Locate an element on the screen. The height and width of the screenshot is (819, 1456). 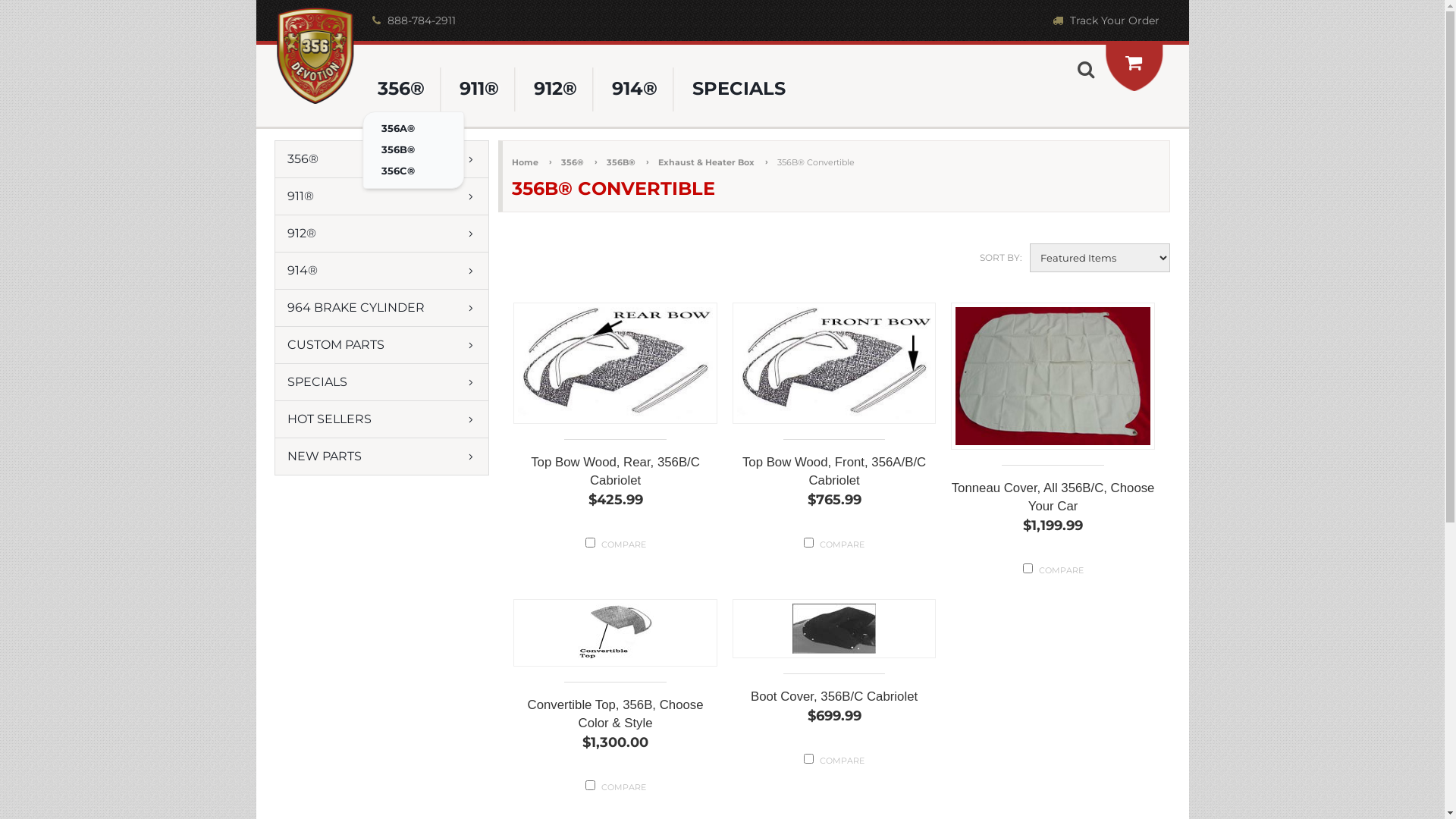
'2017' is located at coordinates (808, 541).